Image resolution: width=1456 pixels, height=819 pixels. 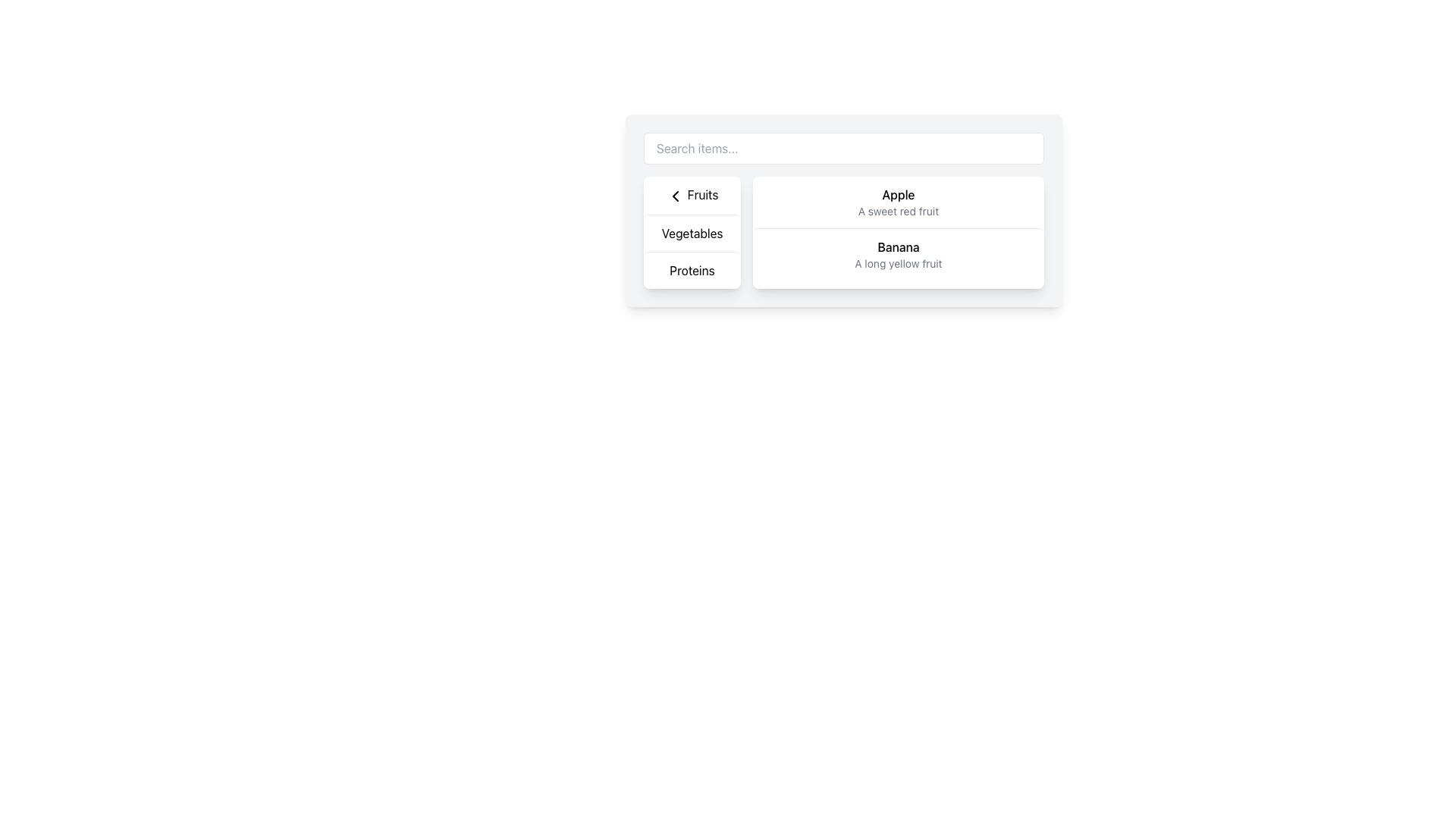 I want to click on the 'Fruits' button element to interact with the keyboard for selection, so click(x=691, y=194).